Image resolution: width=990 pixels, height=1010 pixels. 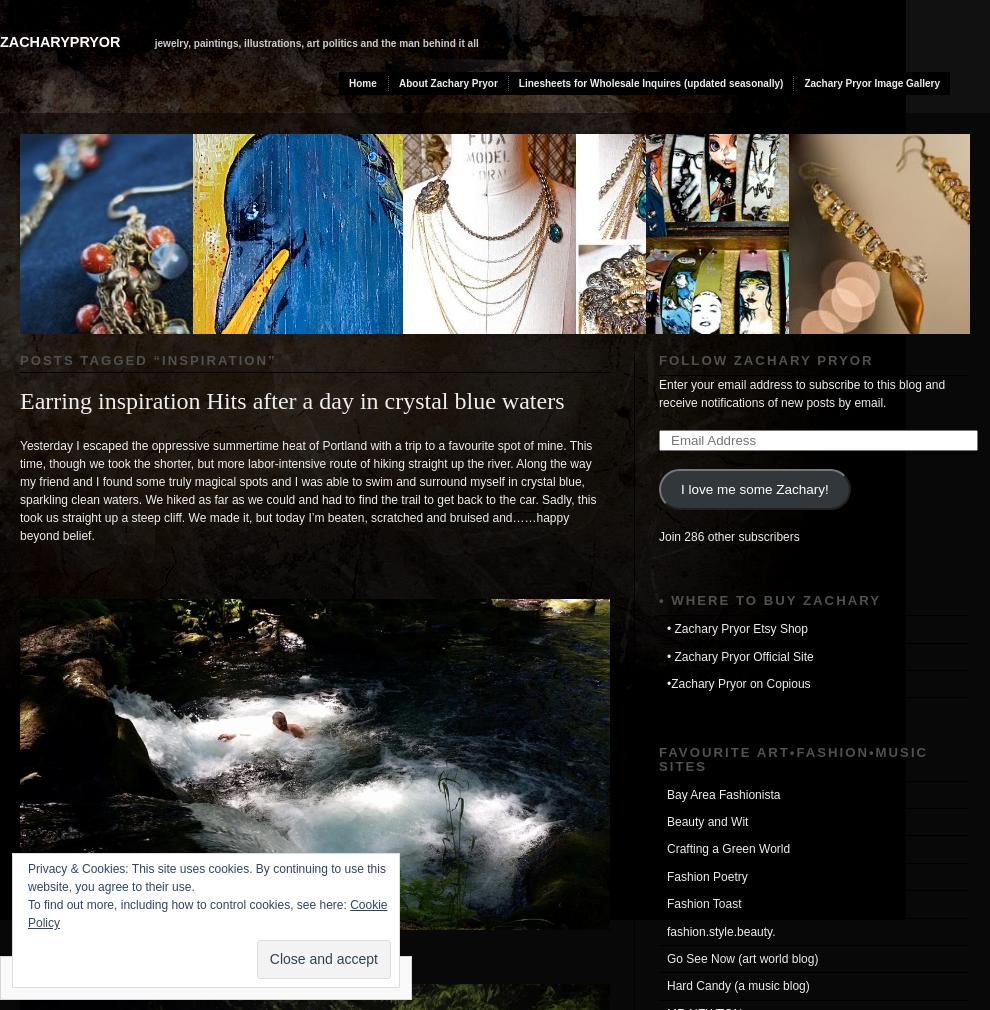 I want to click on 'Posts tagged “', so click(x=90, y=360).